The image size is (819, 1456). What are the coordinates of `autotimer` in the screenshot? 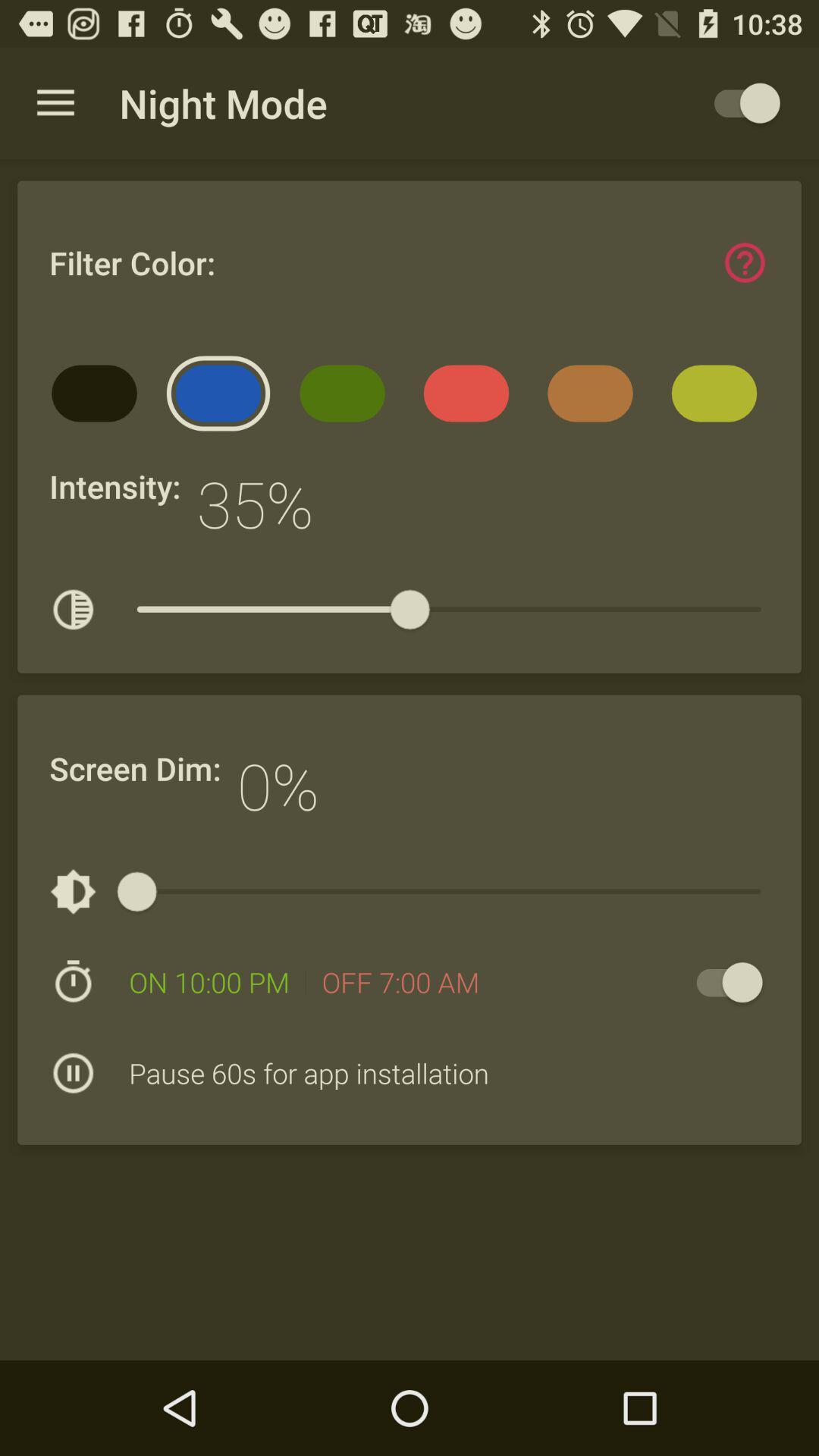 It's located at (721, 982).